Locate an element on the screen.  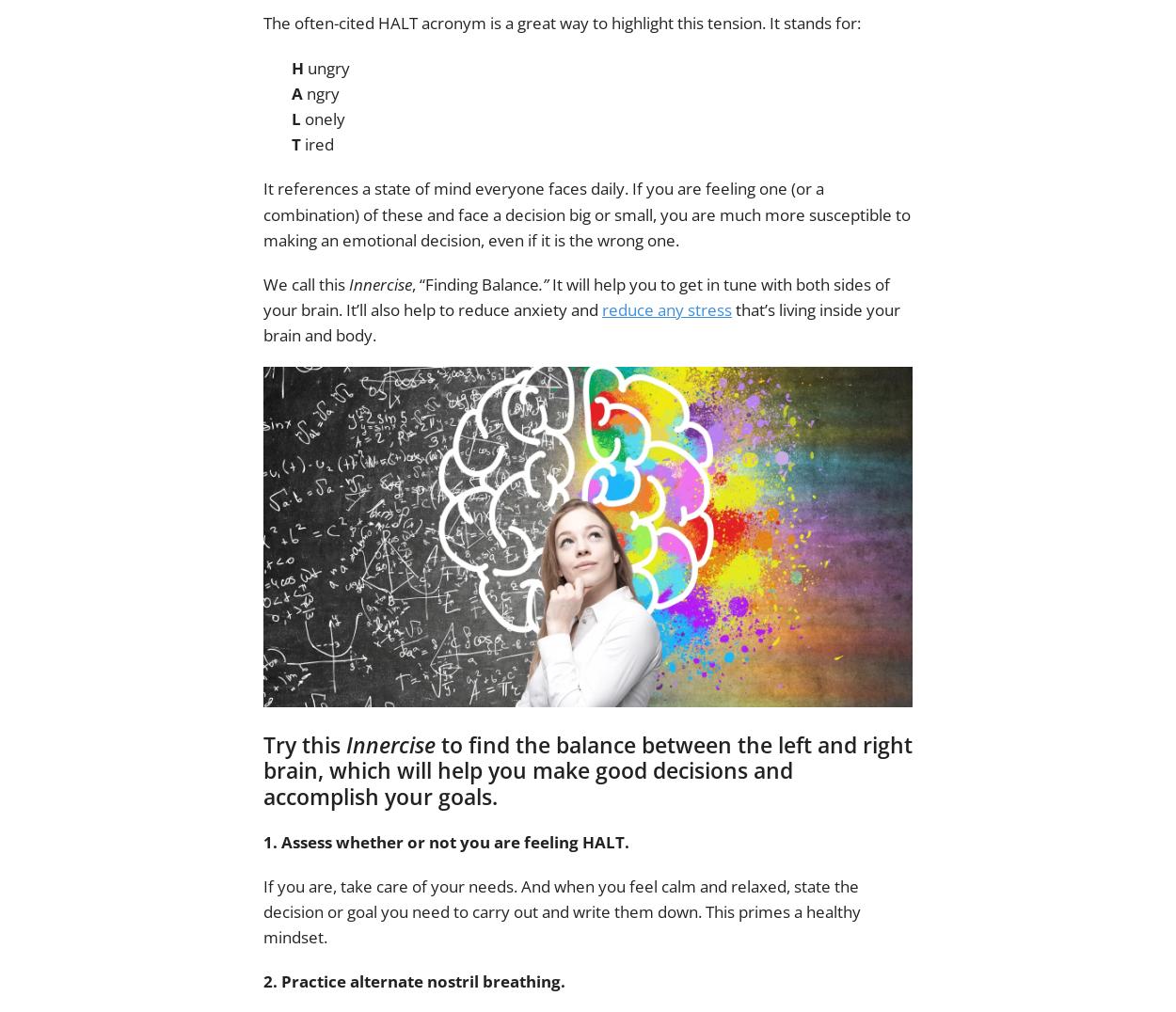
'ungry' is located at coordinates (326, 67).